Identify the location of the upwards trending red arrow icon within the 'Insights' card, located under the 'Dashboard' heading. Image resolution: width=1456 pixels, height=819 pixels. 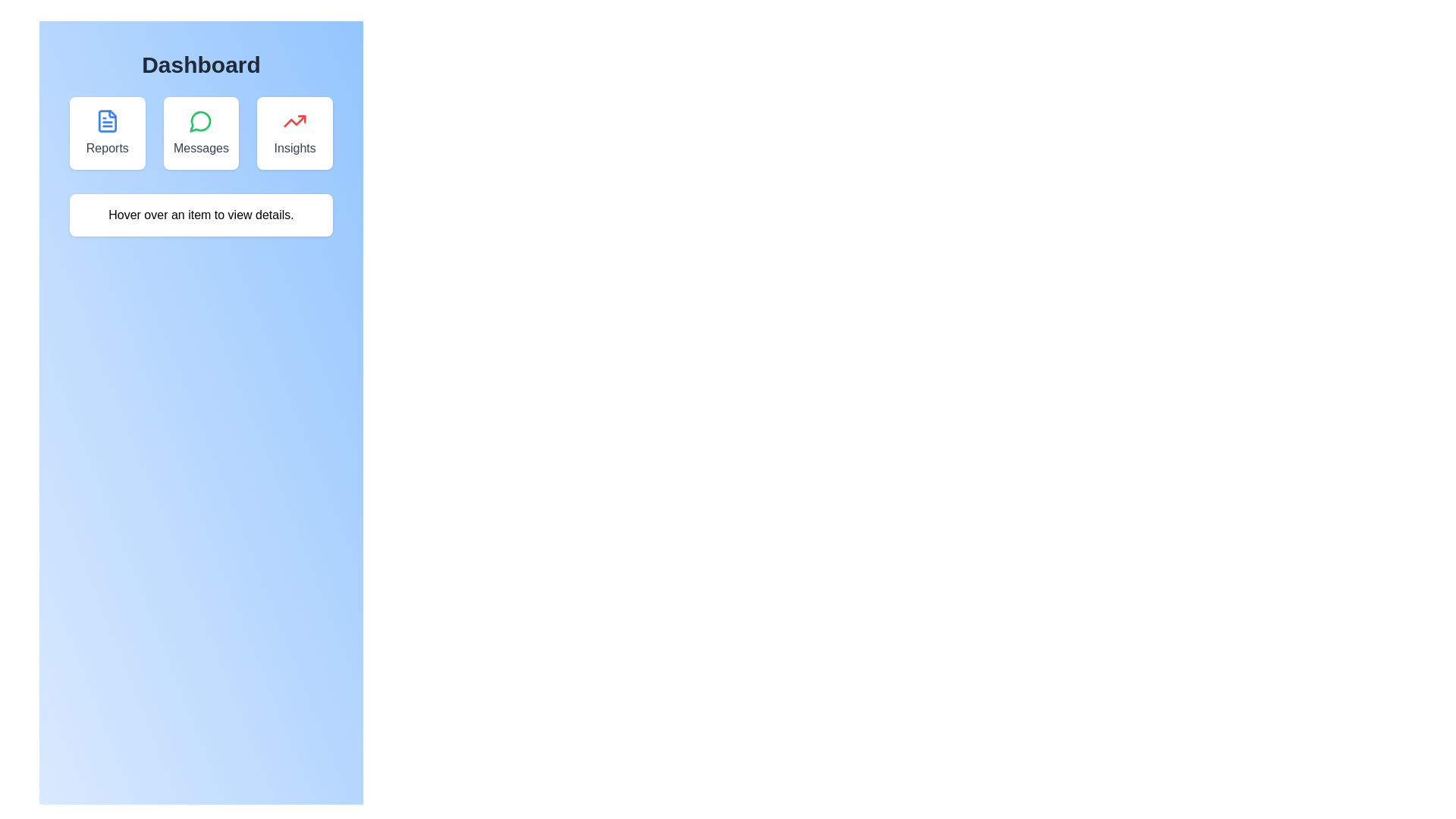
(295, 120).